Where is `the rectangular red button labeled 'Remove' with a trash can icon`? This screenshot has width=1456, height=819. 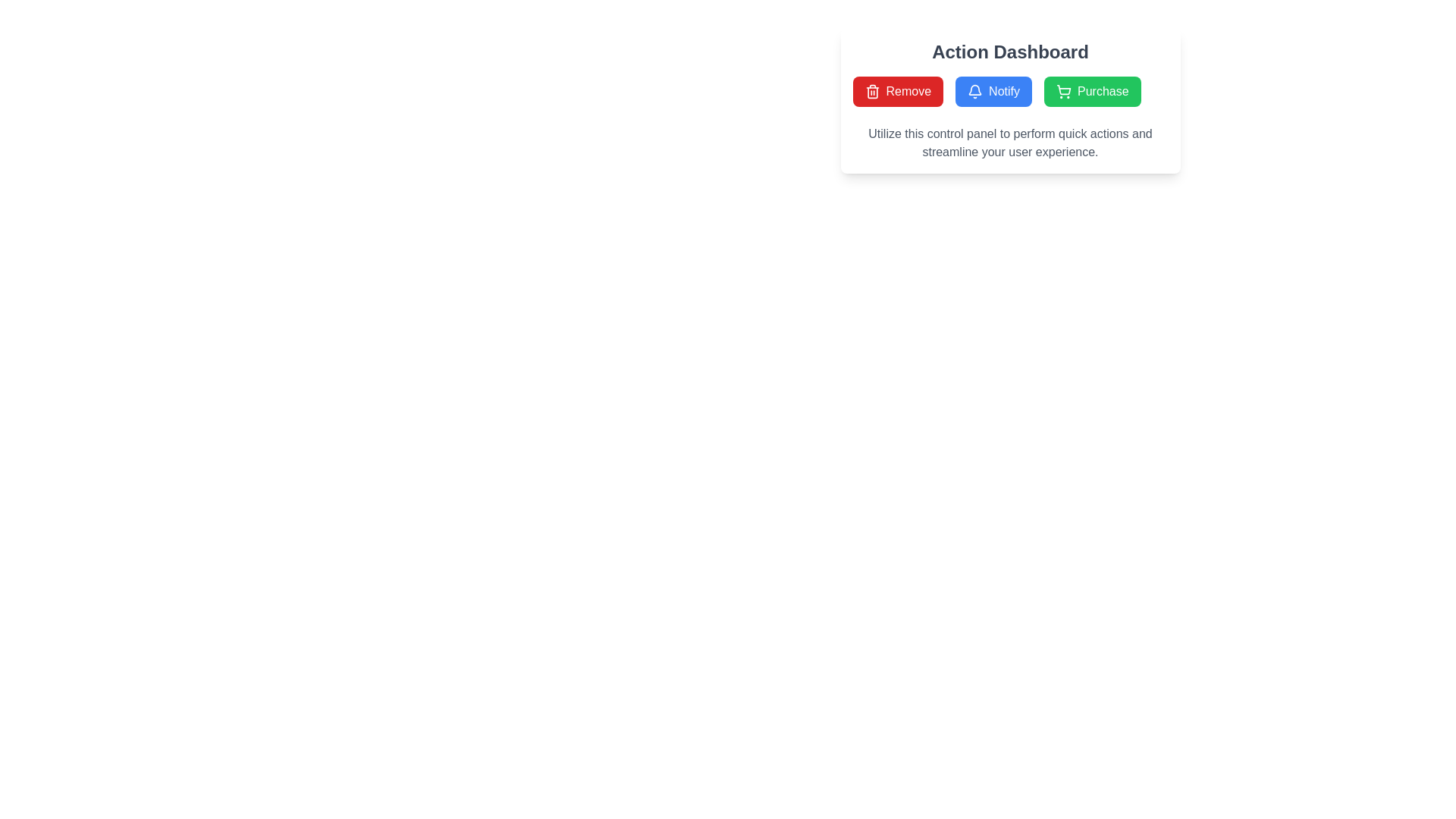 the rectangular red button labeled 'Remove' with a trash can icon is located at coordinates (898, 91).